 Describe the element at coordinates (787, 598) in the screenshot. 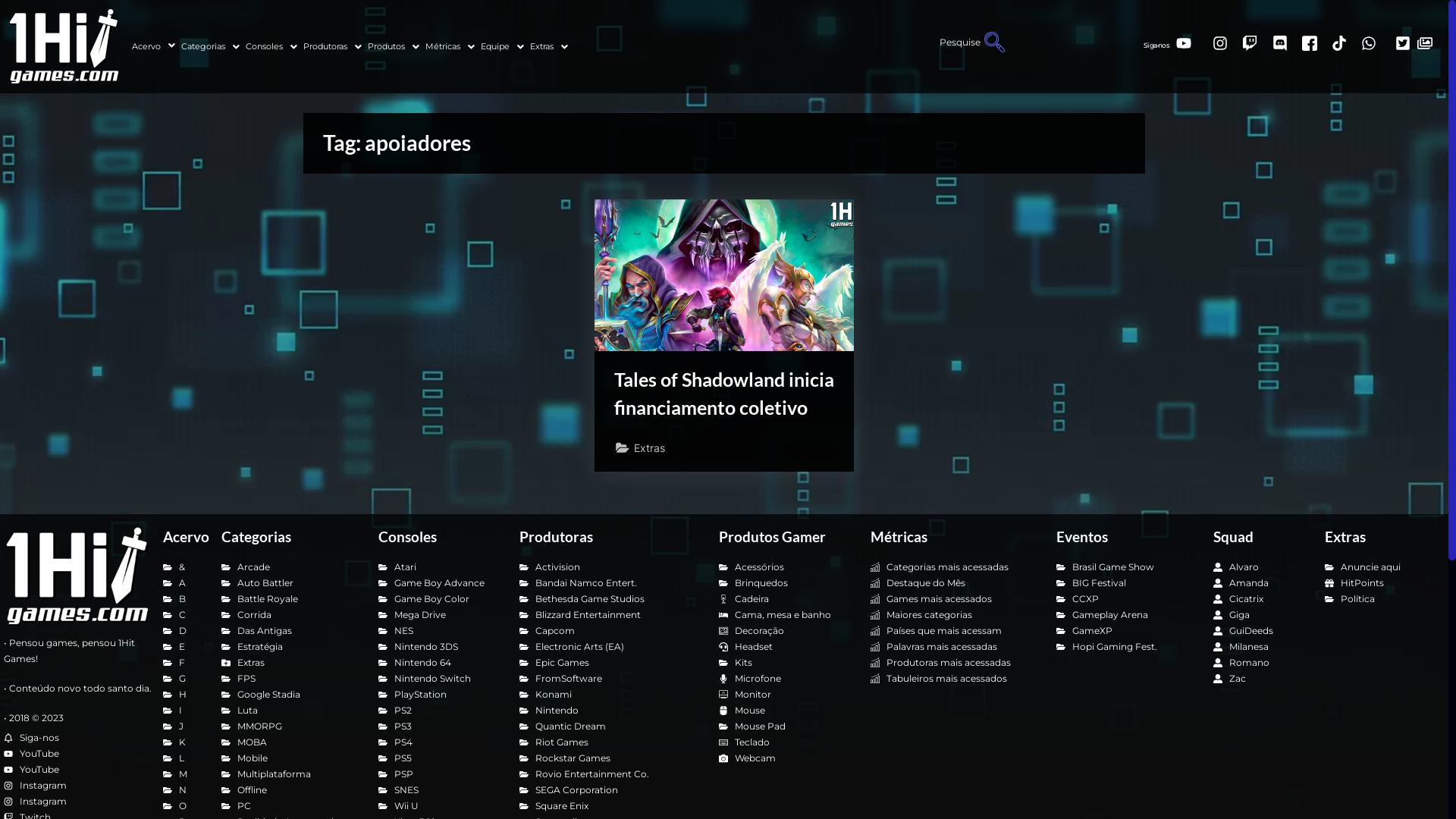

I see `'Cadeira'` at that location.